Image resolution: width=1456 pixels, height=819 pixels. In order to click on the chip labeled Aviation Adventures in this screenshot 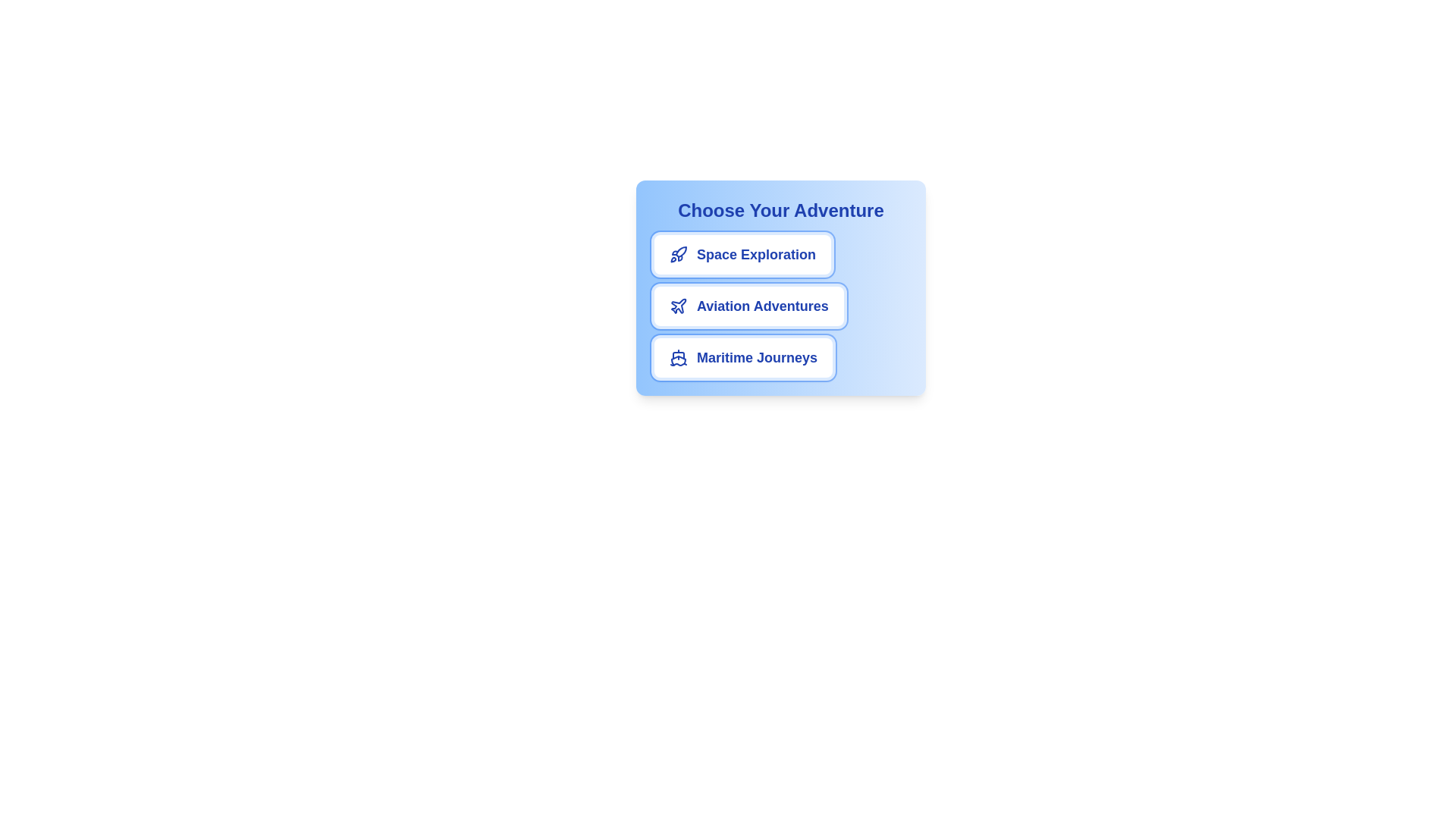, I will do `click(748, 306)`.